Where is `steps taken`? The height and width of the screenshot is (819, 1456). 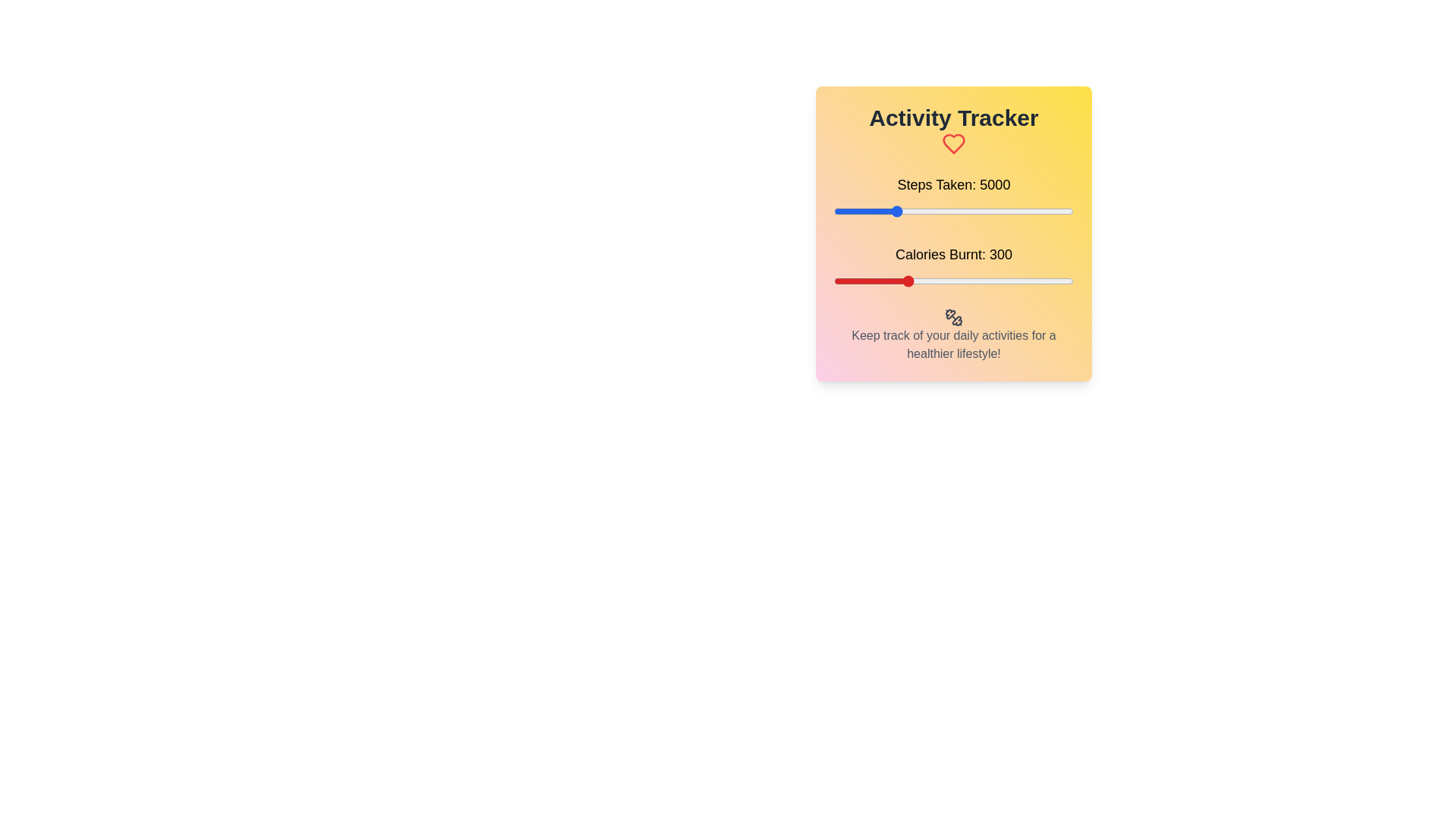
steps taken is located at coordinates (1044, 211).